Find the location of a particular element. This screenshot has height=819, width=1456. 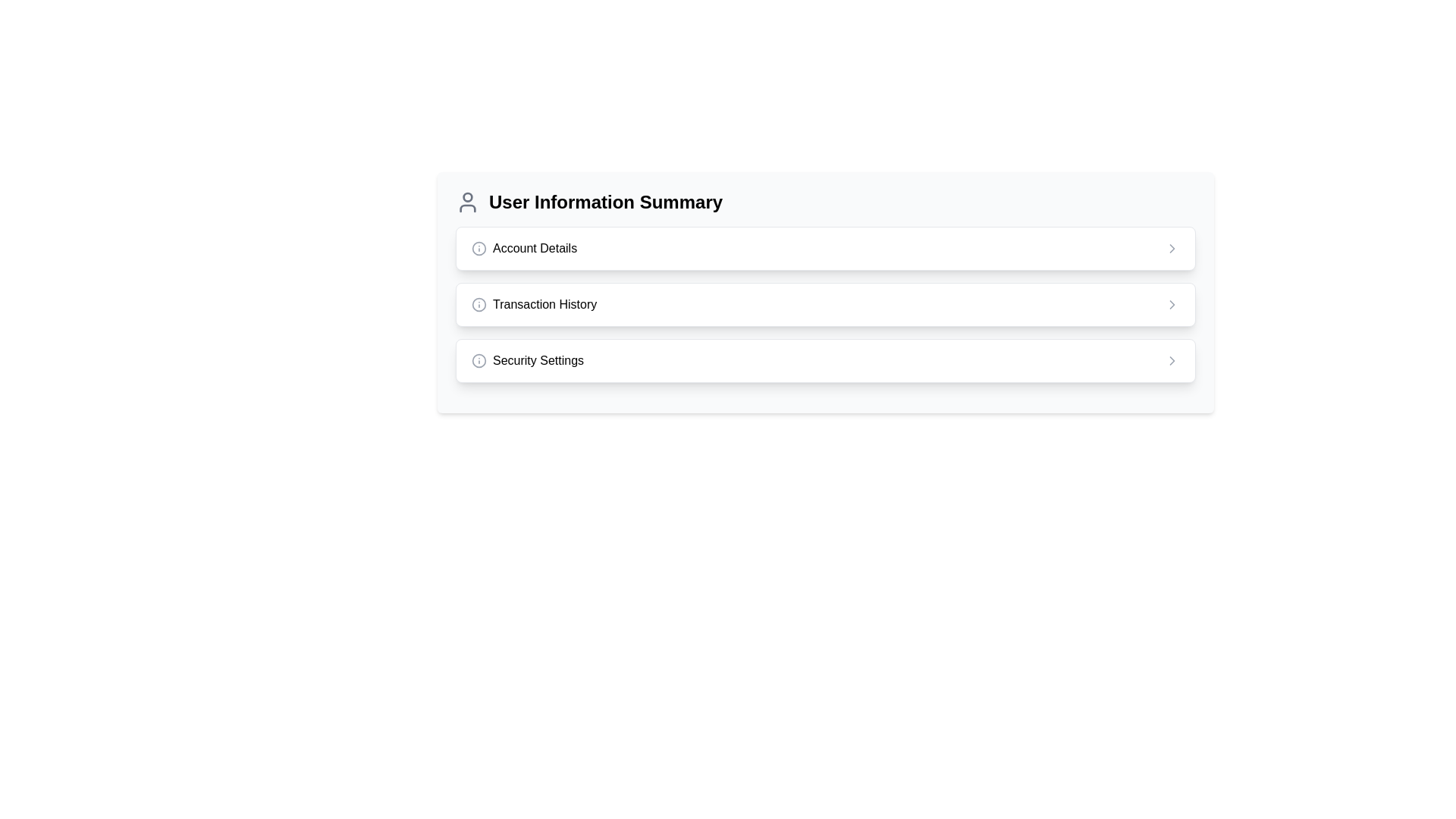

the user information icon located at the leftmost side of the layout containing the title 'User Information Summary' is located at coordinates (467, 201).